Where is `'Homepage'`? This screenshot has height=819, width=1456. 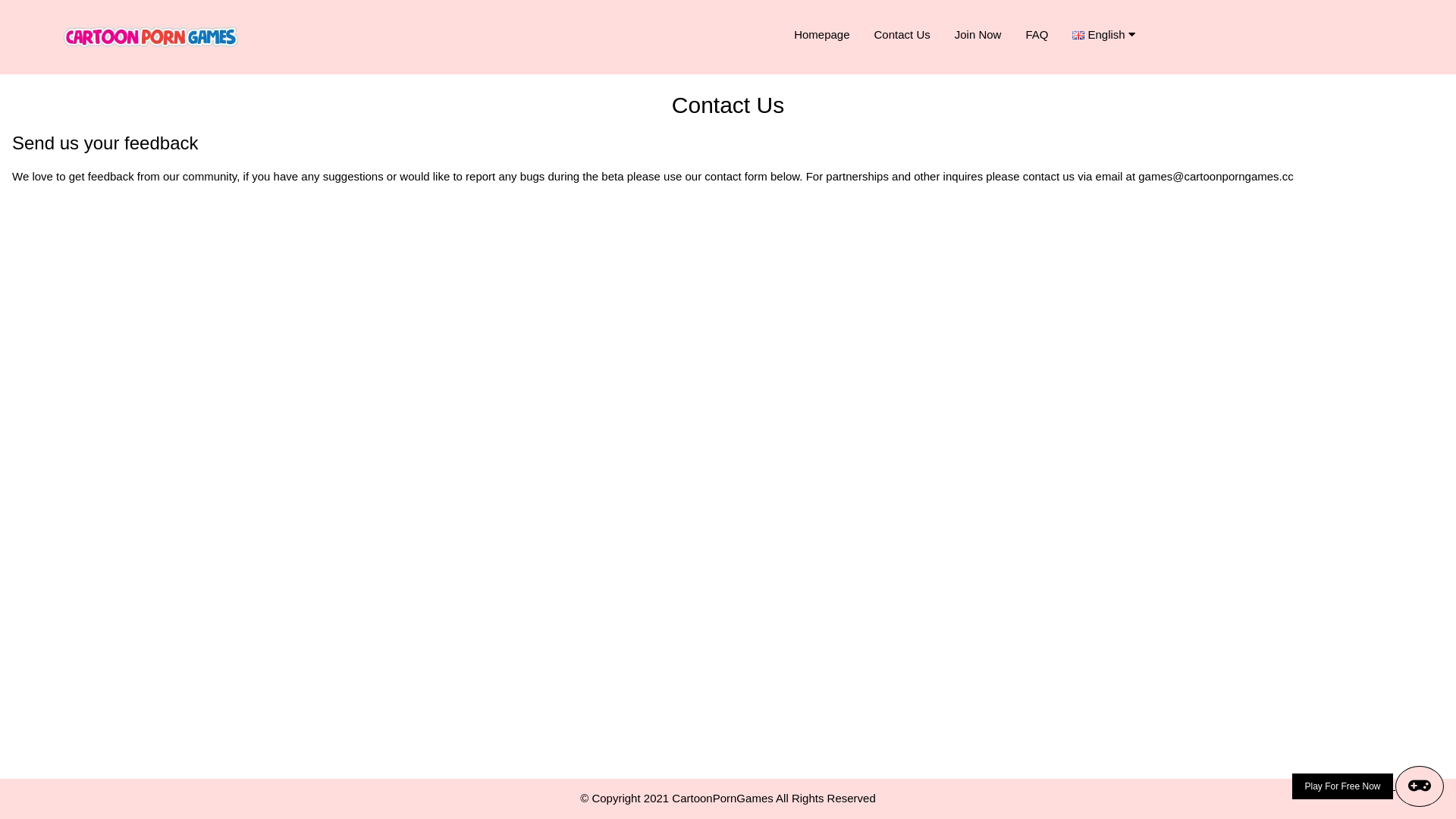 'Homepage' is located at coordinates (821, 34).